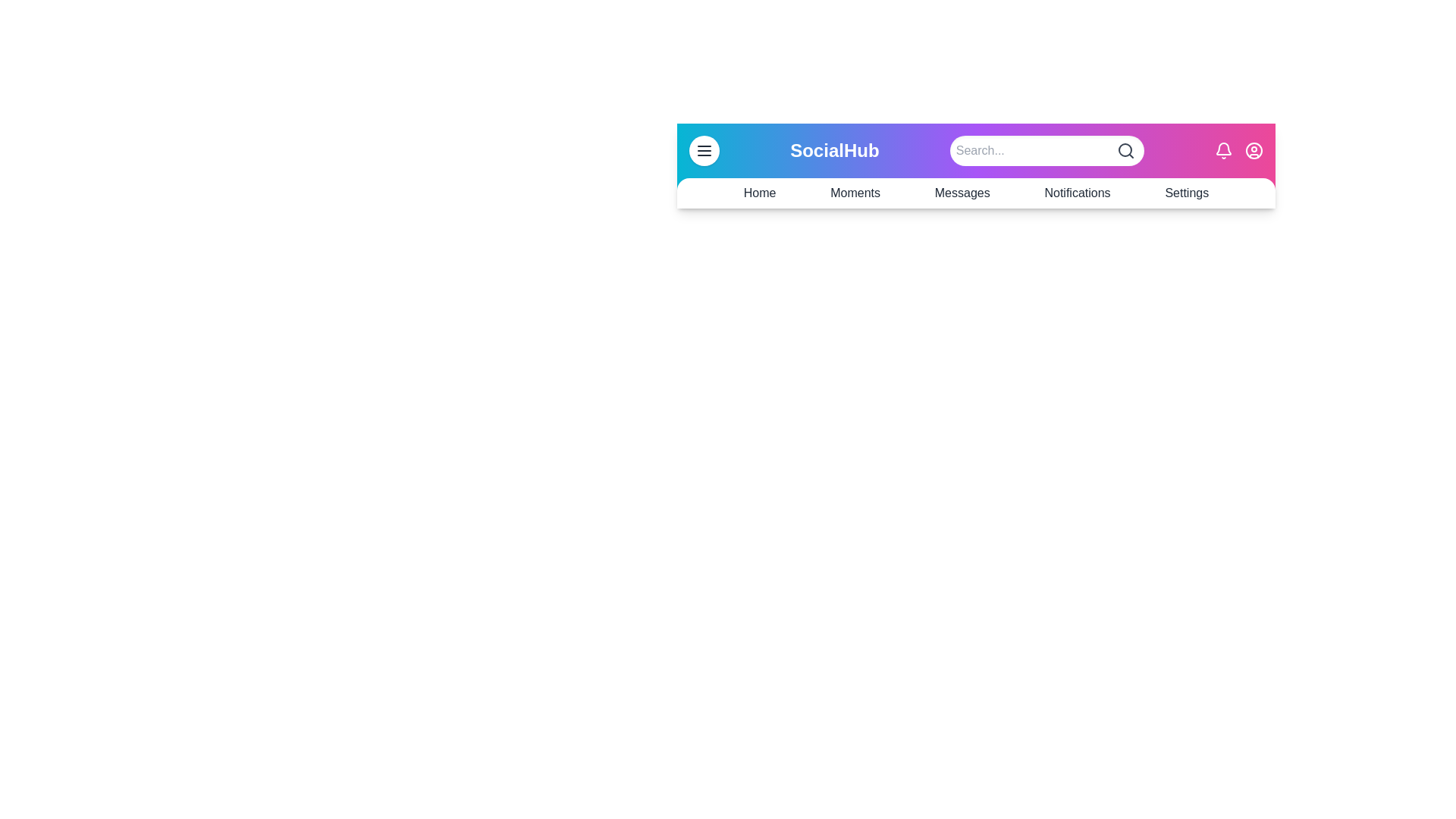 This screenshot has width=1456, height=819. Describe the element at coordinates (961, 192) in the screenshot. I see `the navigation link labeled Messages` at that location.